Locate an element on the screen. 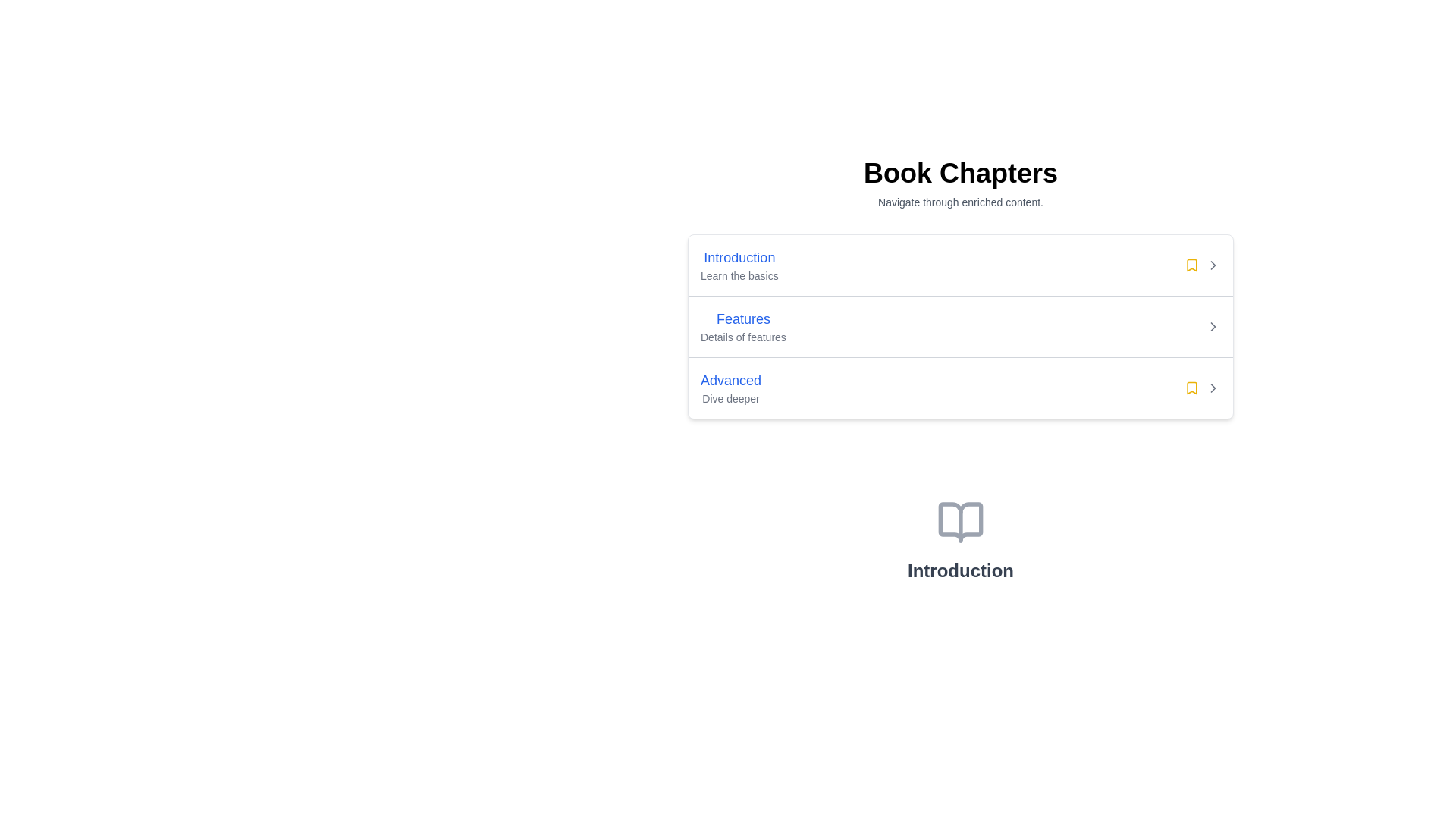 This screenshot has width=1456, height=819. the right page of the open-book icon, which serves as a symbolic link to educational content, located below the chapter list and to the right of the spine line is located at coordinates (960, 522).